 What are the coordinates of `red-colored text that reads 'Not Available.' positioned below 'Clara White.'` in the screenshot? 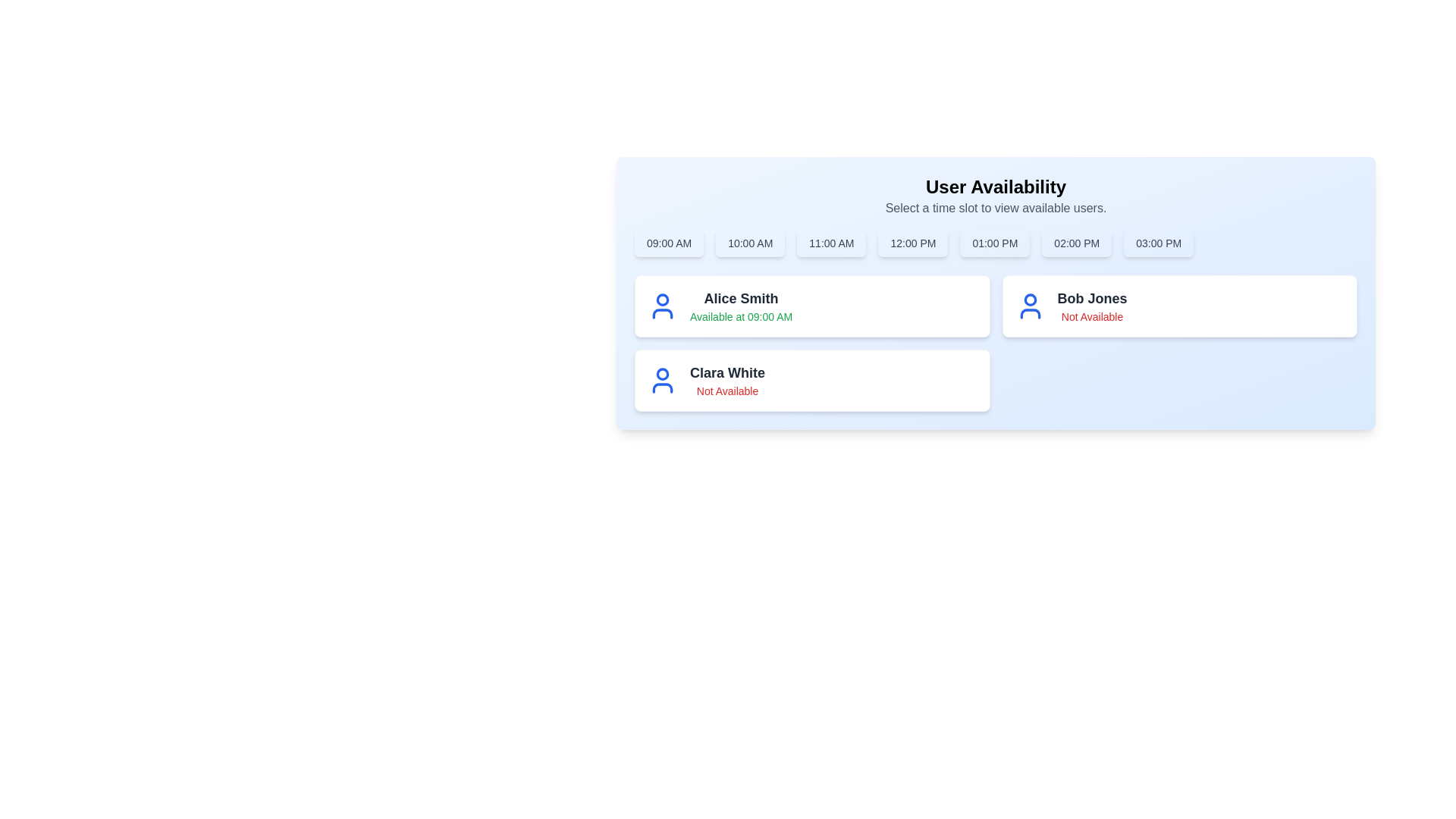 It's located at (726, 391).